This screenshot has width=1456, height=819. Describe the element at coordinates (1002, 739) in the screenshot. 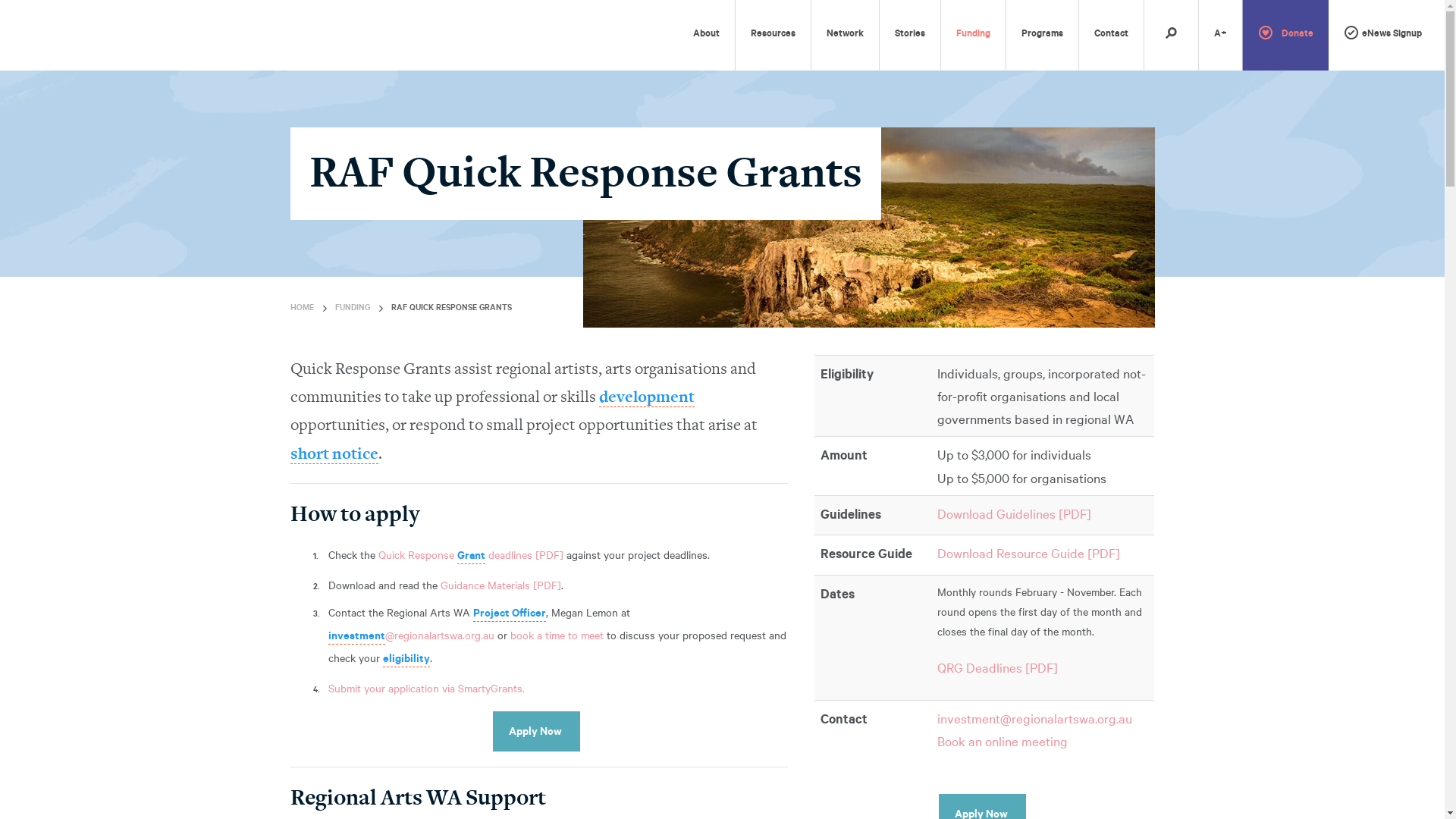

I see `'Book an online meeting'` at that location.